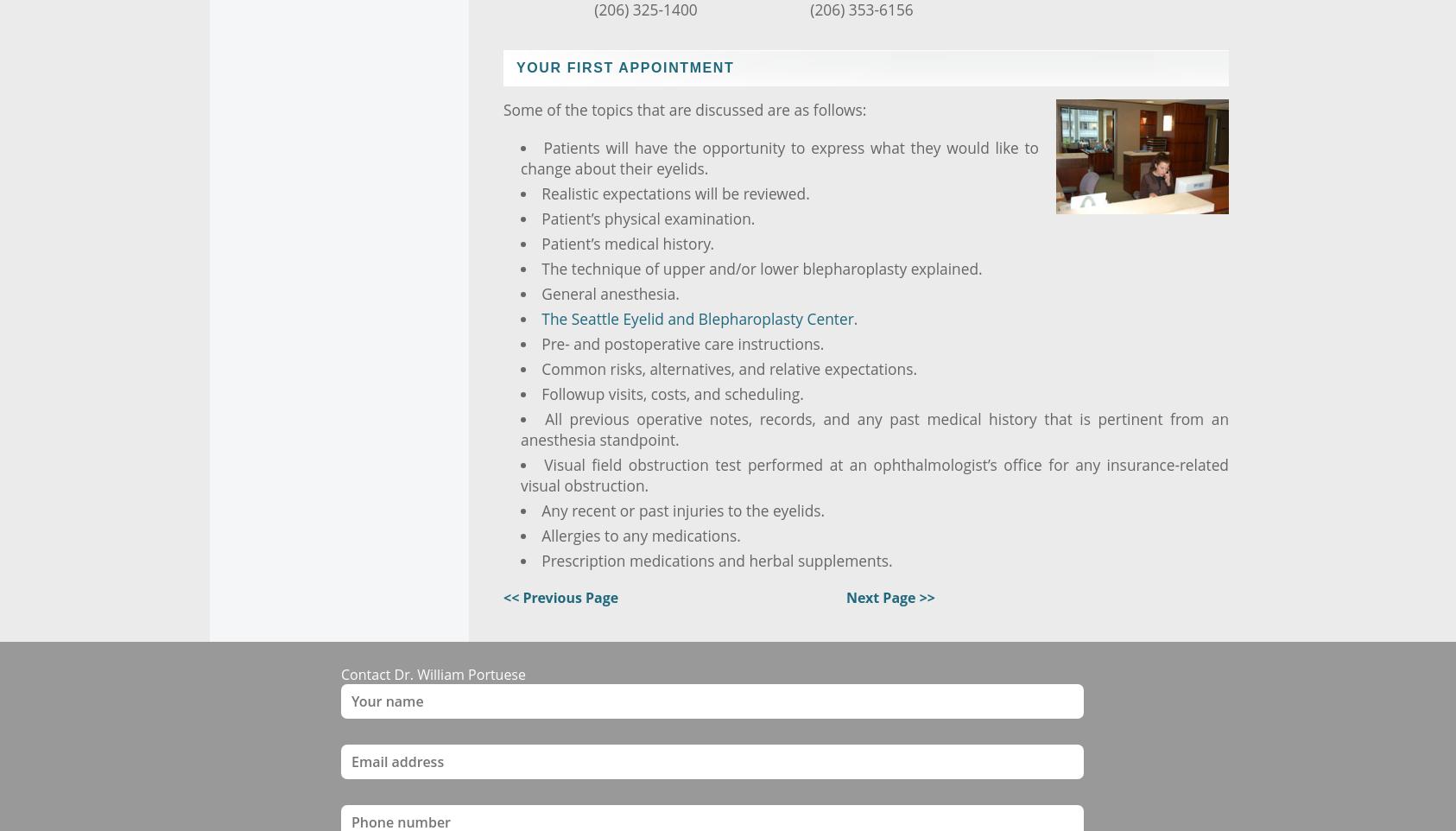 Image resolution: width=1456 pixels, height=831 pixels. Describe the element at coordinates (541, 317) in the screenshot. I see `'The Seattle Eyelid and Blepharoplasty Center'` at that location.